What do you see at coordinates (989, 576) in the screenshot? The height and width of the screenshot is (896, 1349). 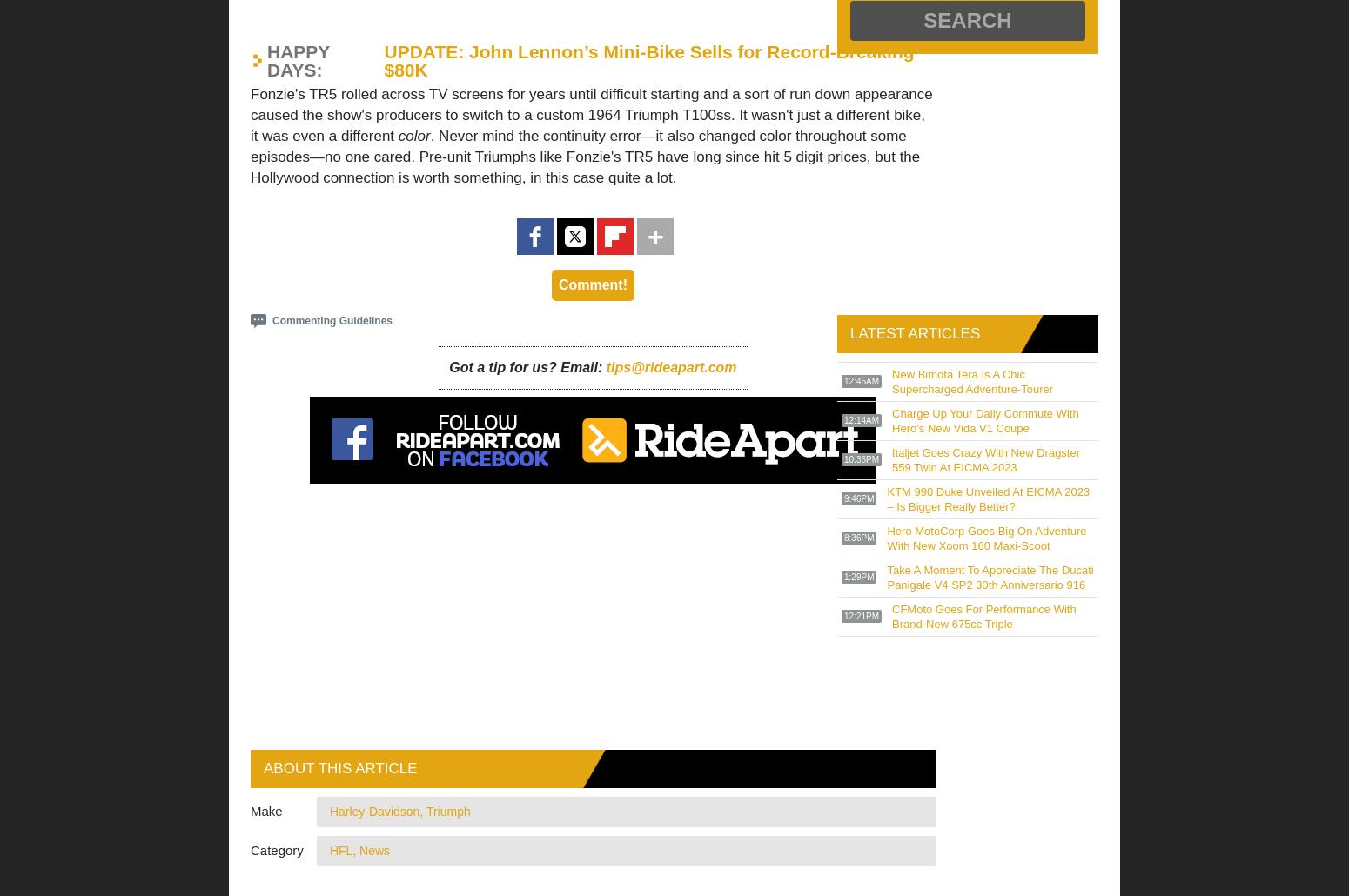 I see `'Take A Moment To Appreciate The Ducati Panigale V4 SP2 30th Anniversario 916'` at bounding box center [989, 576].